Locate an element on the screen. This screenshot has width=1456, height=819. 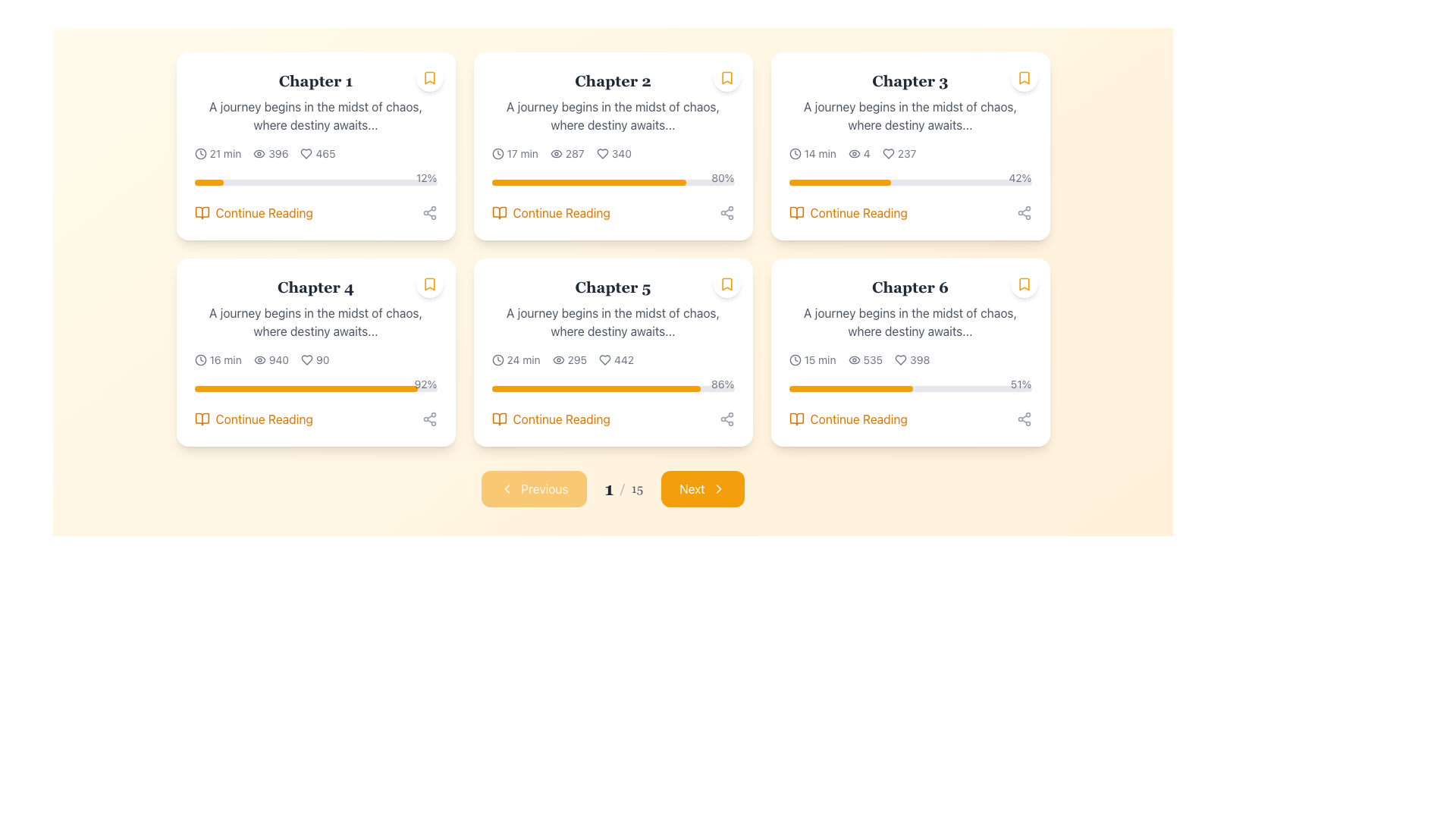
the central circle of the clock icon in the 'Chapter 6' card, located in the bottom-right corner of the grid layout is located at coordinates (794, 359).